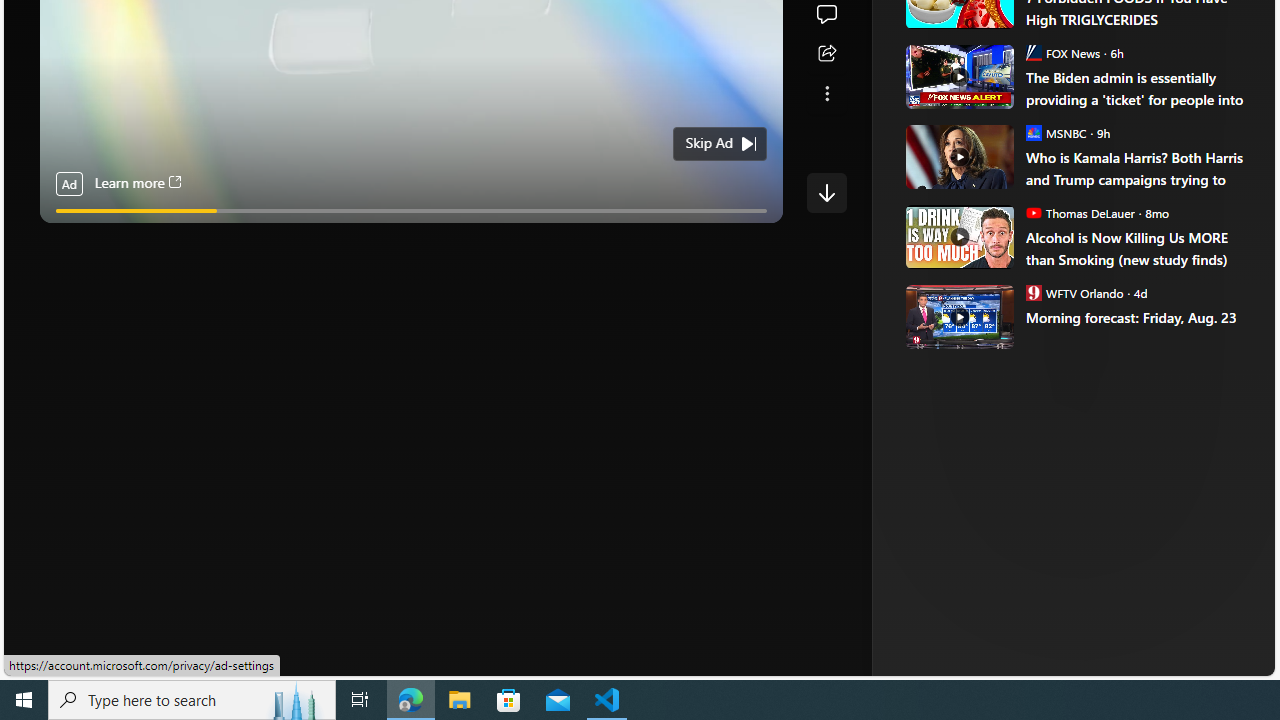 This screenshot has height=720, width=1280. What do you see at coordinates (1073, 292) in the screenshot?
I see `'WFTV Orlando WFTV Orlando'` at bounding box center [1073, 292].